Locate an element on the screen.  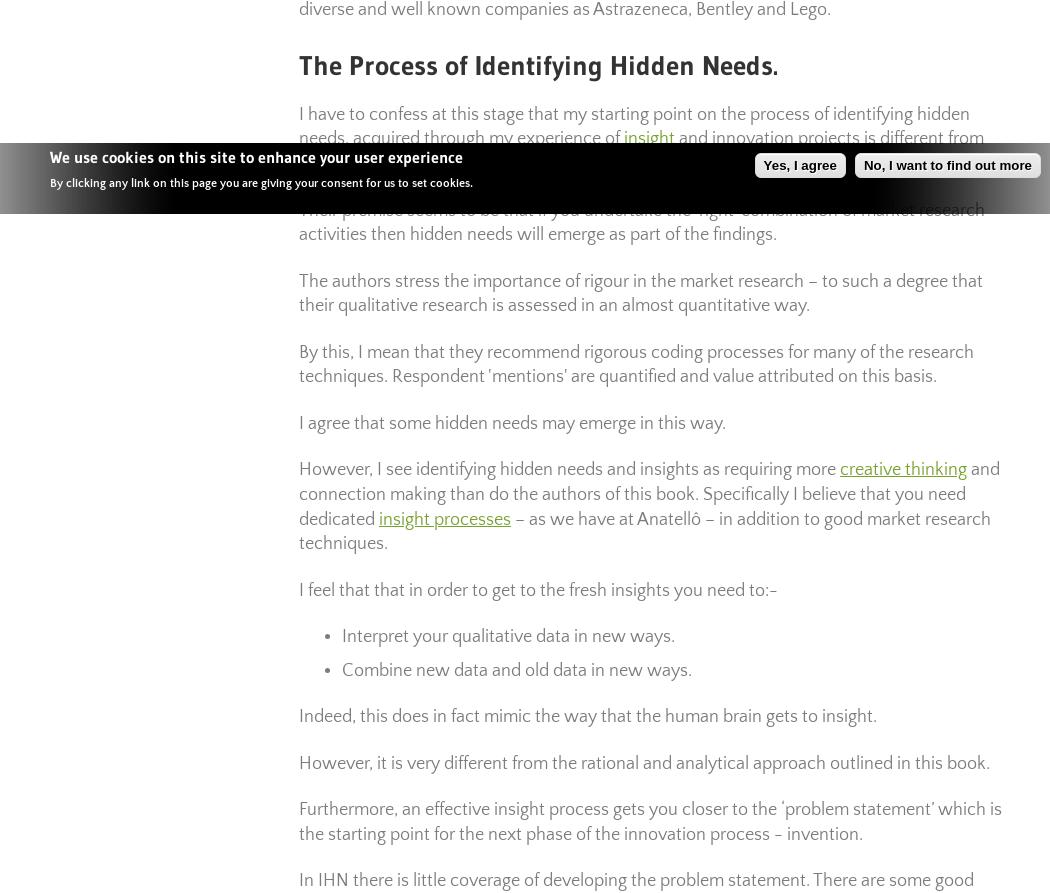
'Furthermore, an effective insight process gets you closer to the ‘problem statement’ which is the starting point for the next phase of the innovation process - invention.' is located at coordinates (649, 820).